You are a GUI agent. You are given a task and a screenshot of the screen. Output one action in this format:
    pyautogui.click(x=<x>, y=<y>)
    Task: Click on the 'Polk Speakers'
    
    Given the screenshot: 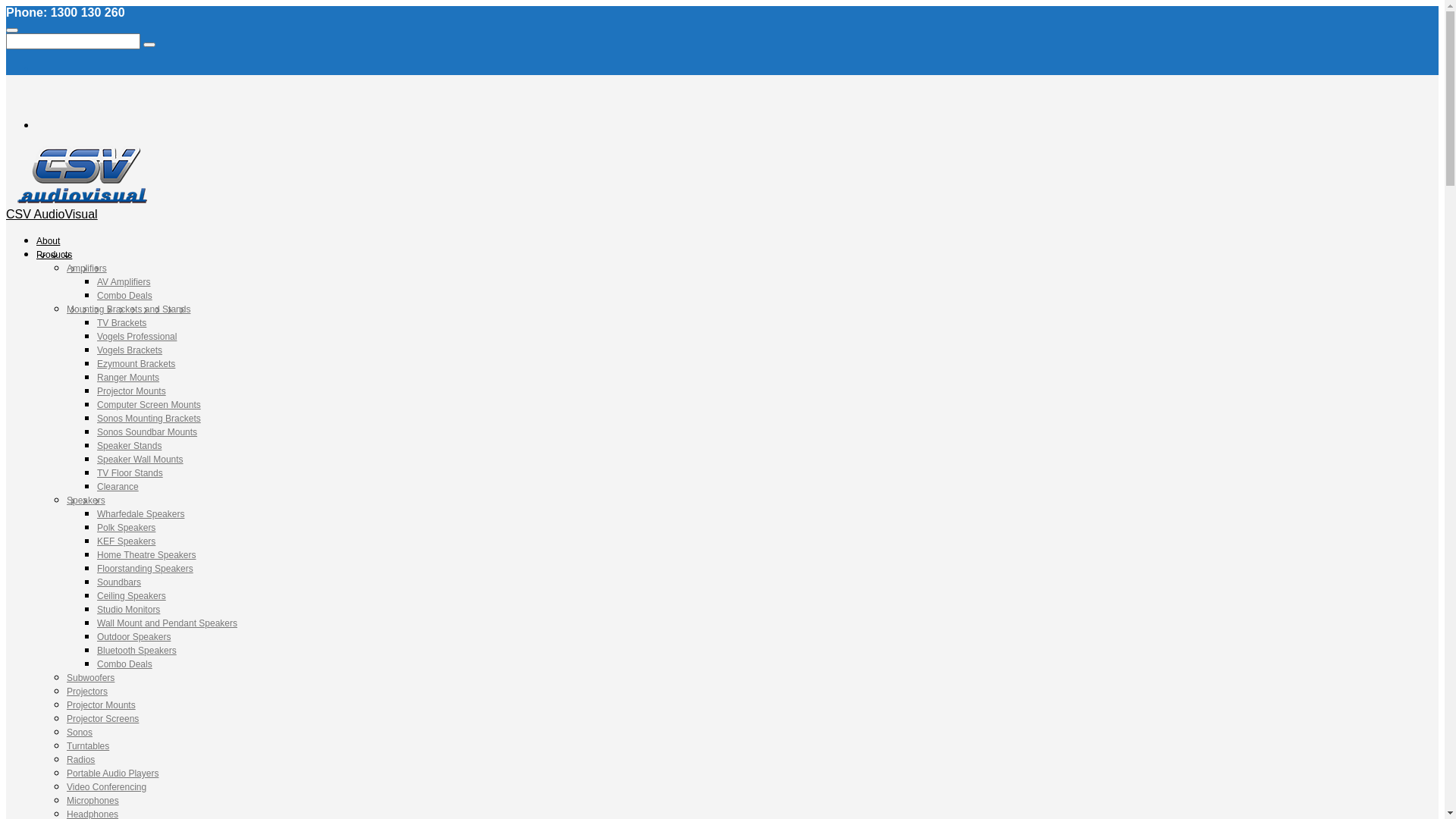 What is the action you would take?
    pyautogui.click(x=126, y=526)
    